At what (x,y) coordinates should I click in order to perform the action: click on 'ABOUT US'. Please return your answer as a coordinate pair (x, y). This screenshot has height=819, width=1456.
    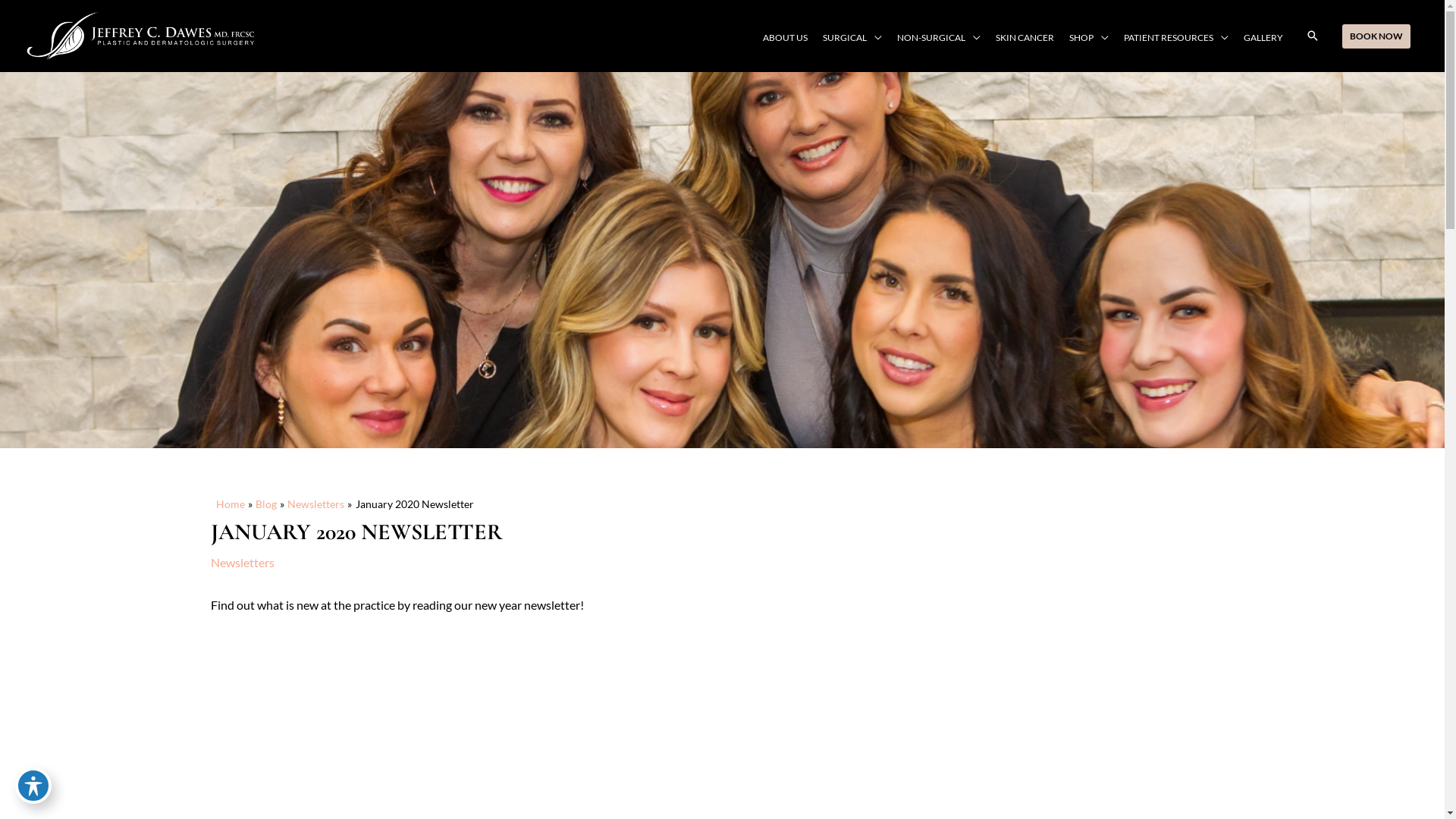
    Looking at the image, I should click on (755, 37).